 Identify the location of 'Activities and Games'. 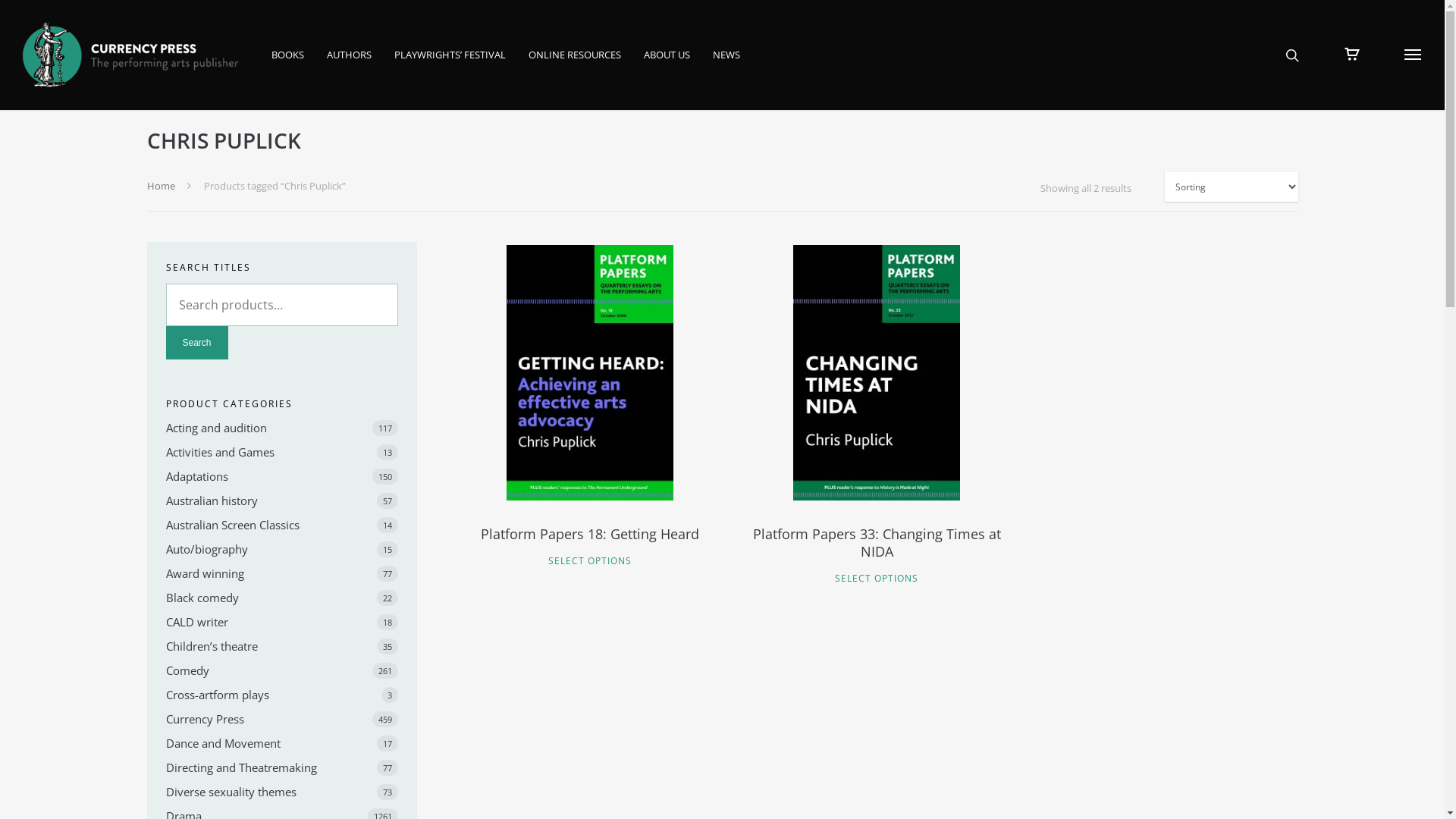
(165, 451).